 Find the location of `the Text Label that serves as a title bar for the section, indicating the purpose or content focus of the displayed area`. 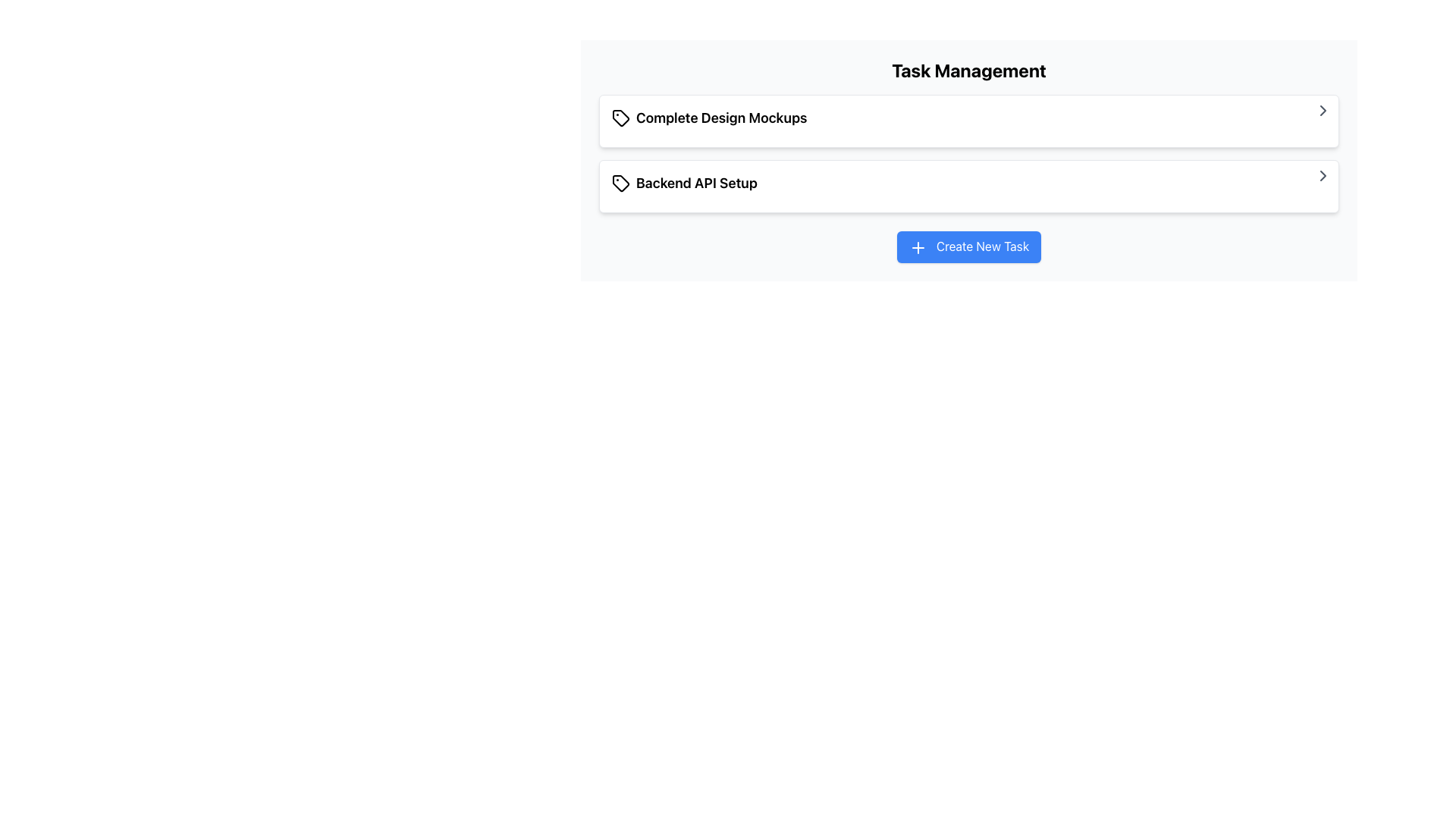

the Text Label that serves as a title bar for the section, indicating the purpose or content focus of the displayed area is located at coordinates (968, 70).